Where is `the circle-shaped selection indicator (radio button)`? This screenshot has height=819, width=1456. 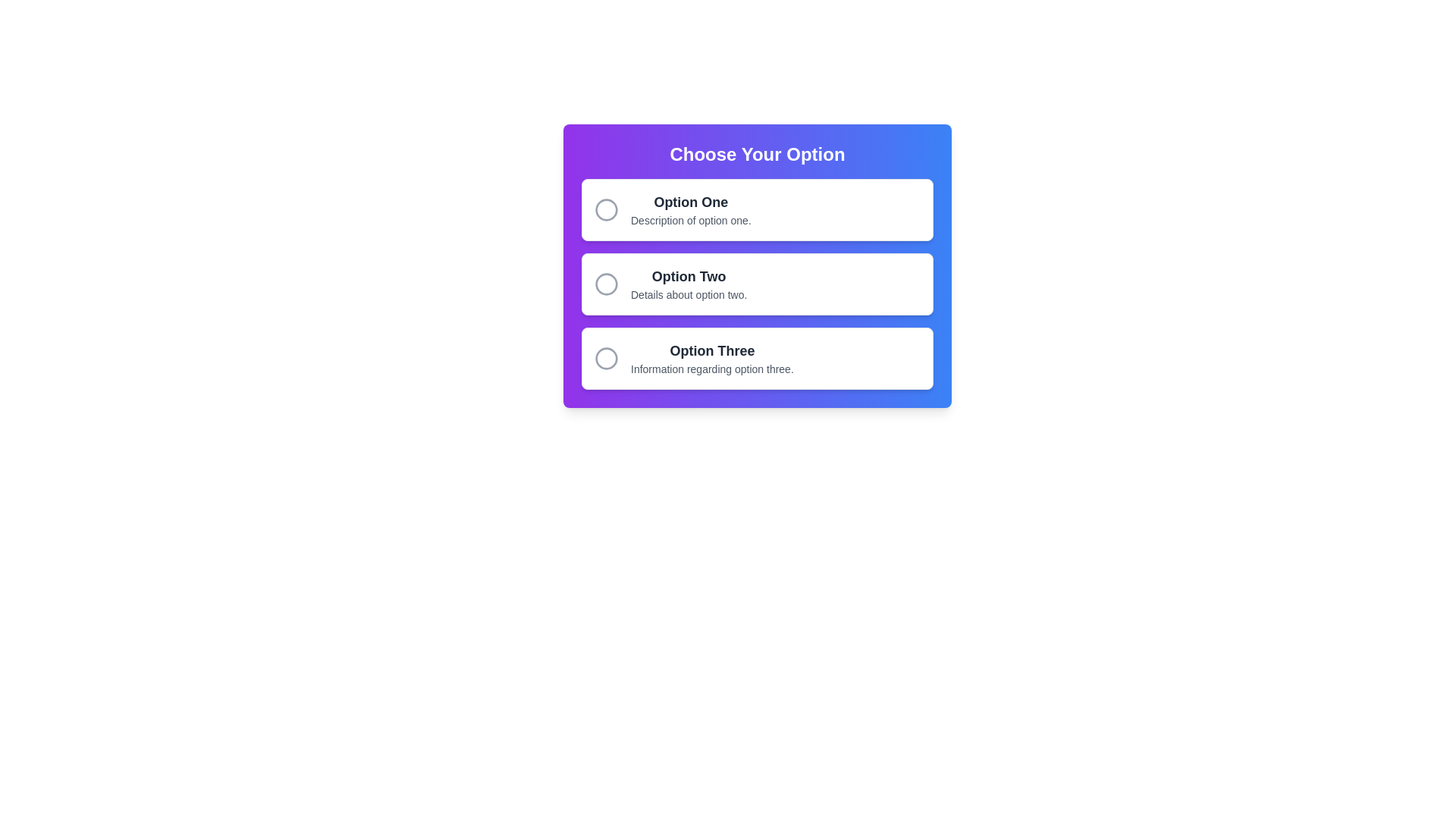
the circle-shaped selection indicator (radio button) is located at coordinates (607, 210).